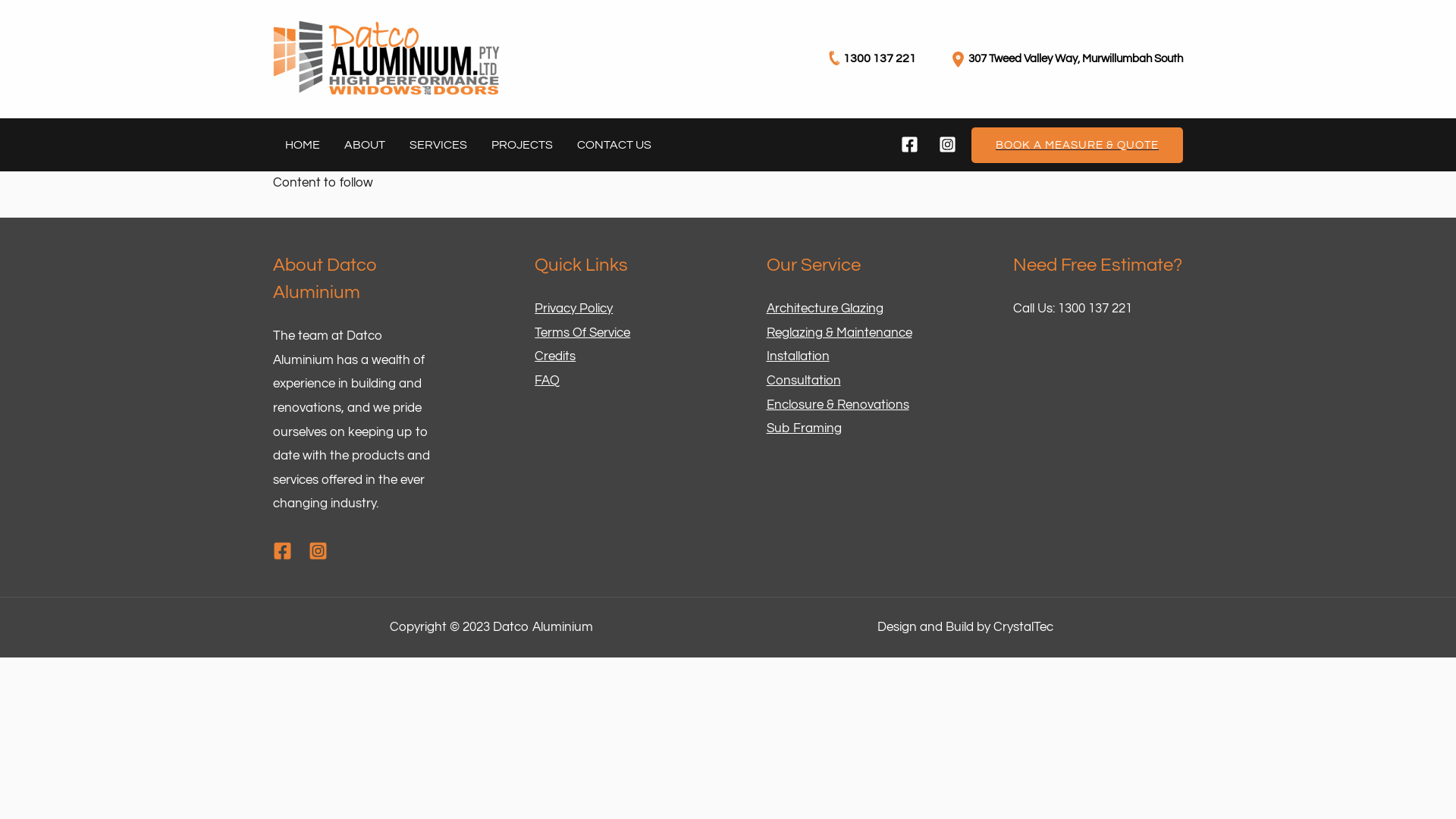 This screenshot has height=819, width=1456. I want to click on 'FAQ', so click(546, 379).